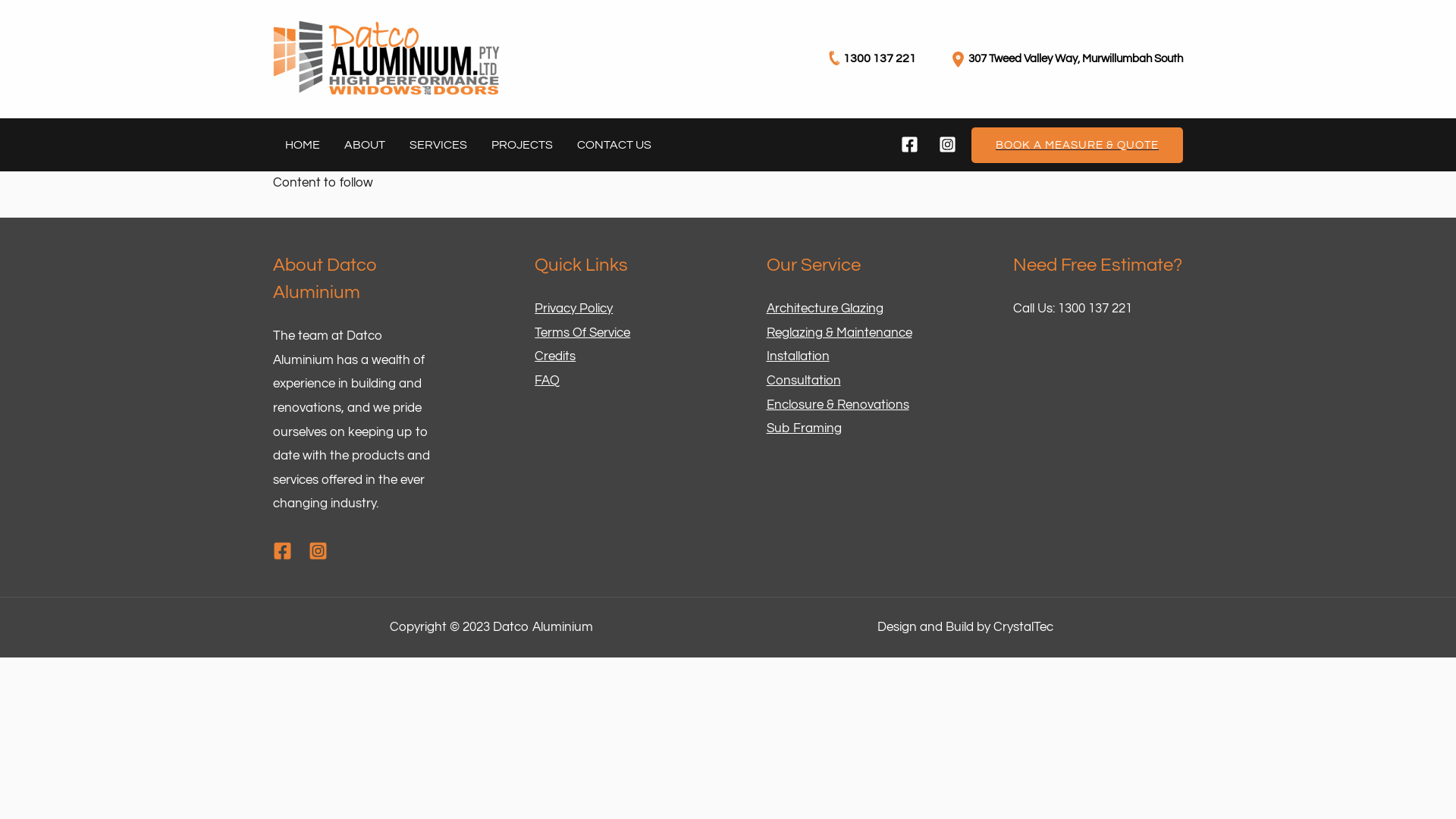 This screenshot has height=819, width=1456. I want to click on 'FAQ', so click(546, 379).